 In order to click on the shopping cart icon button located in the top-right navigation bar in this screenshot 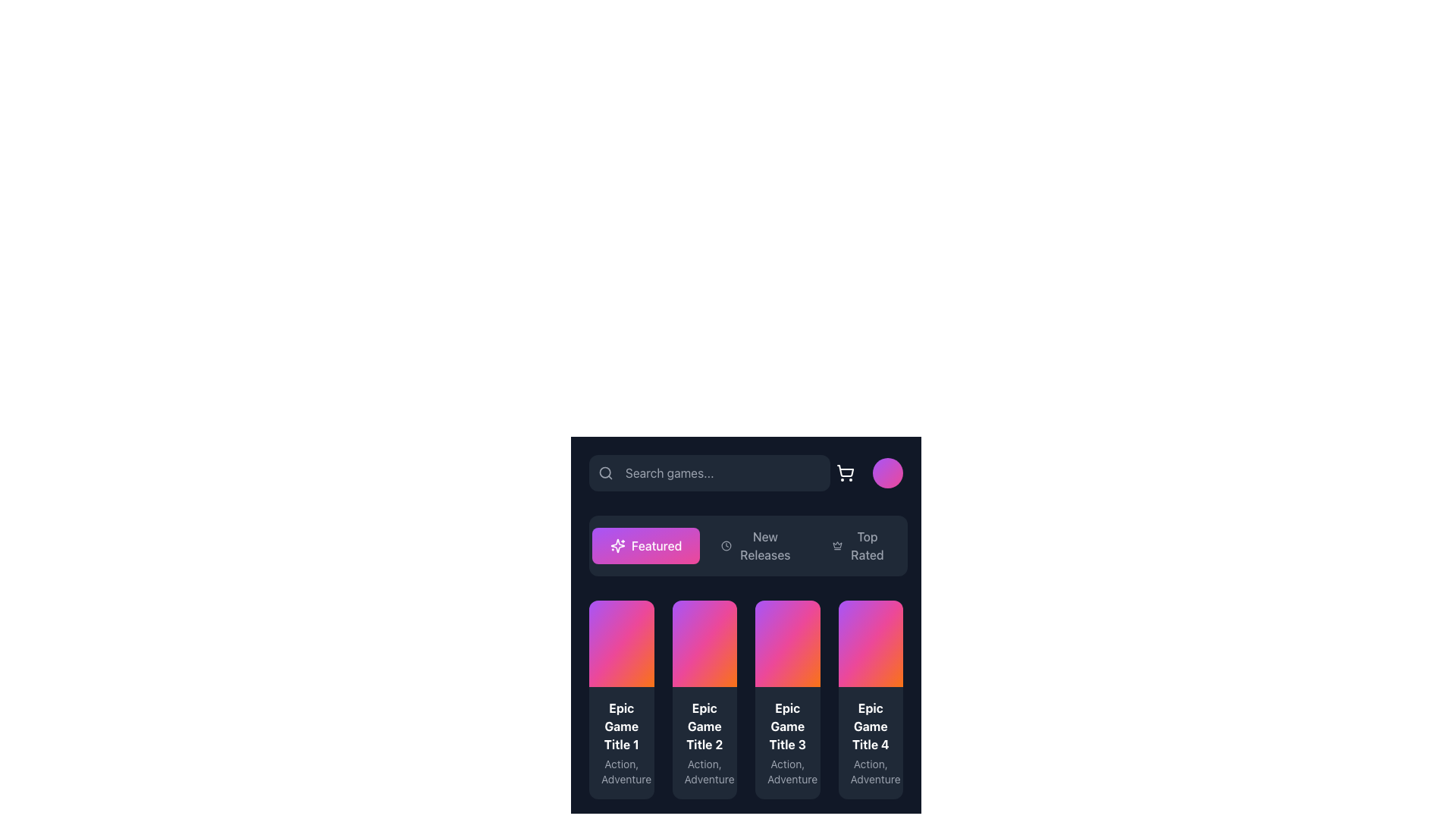, I will do `click(844, 472)`.